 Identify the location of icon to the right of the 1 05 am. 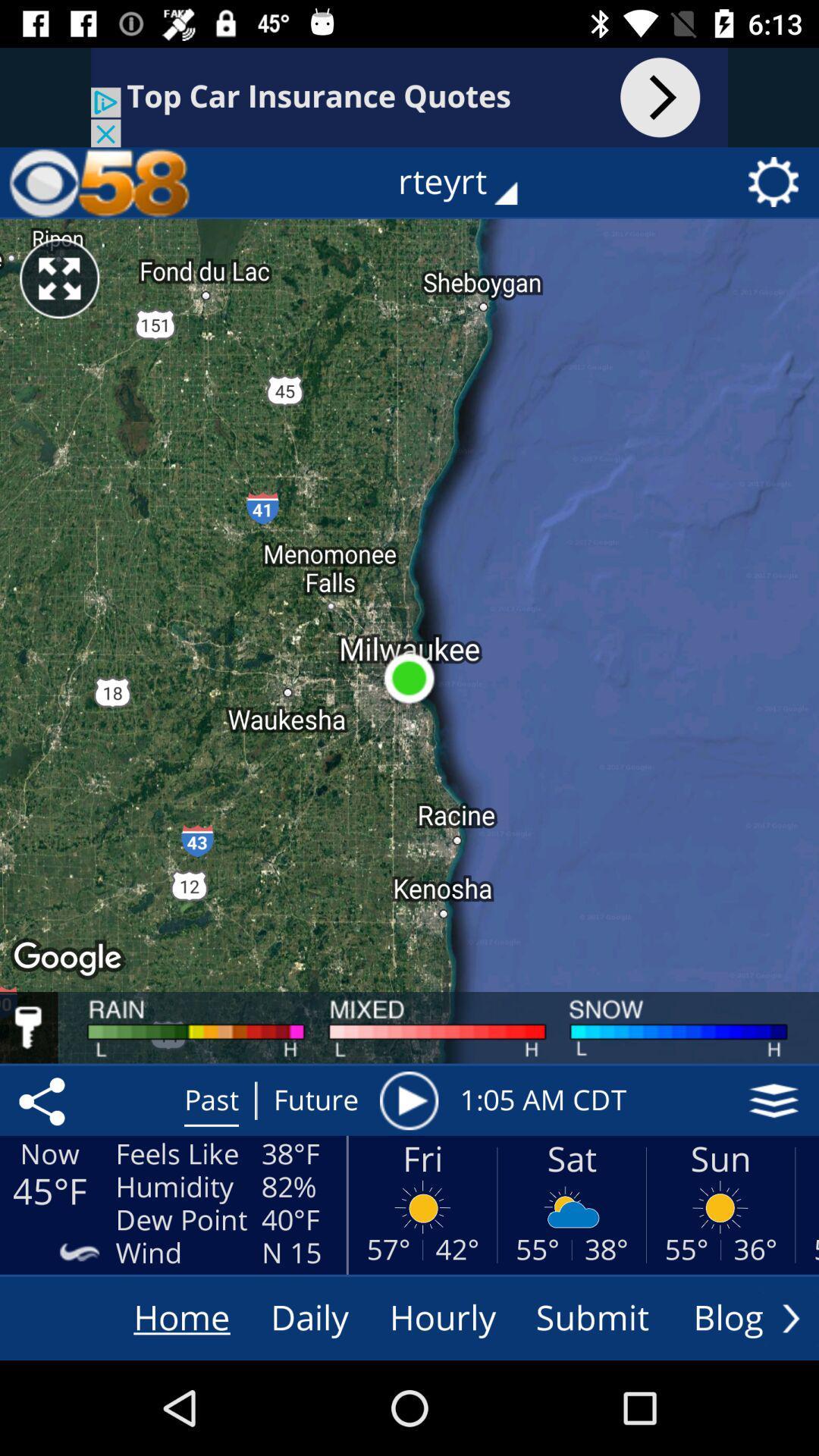
(773, 1100).